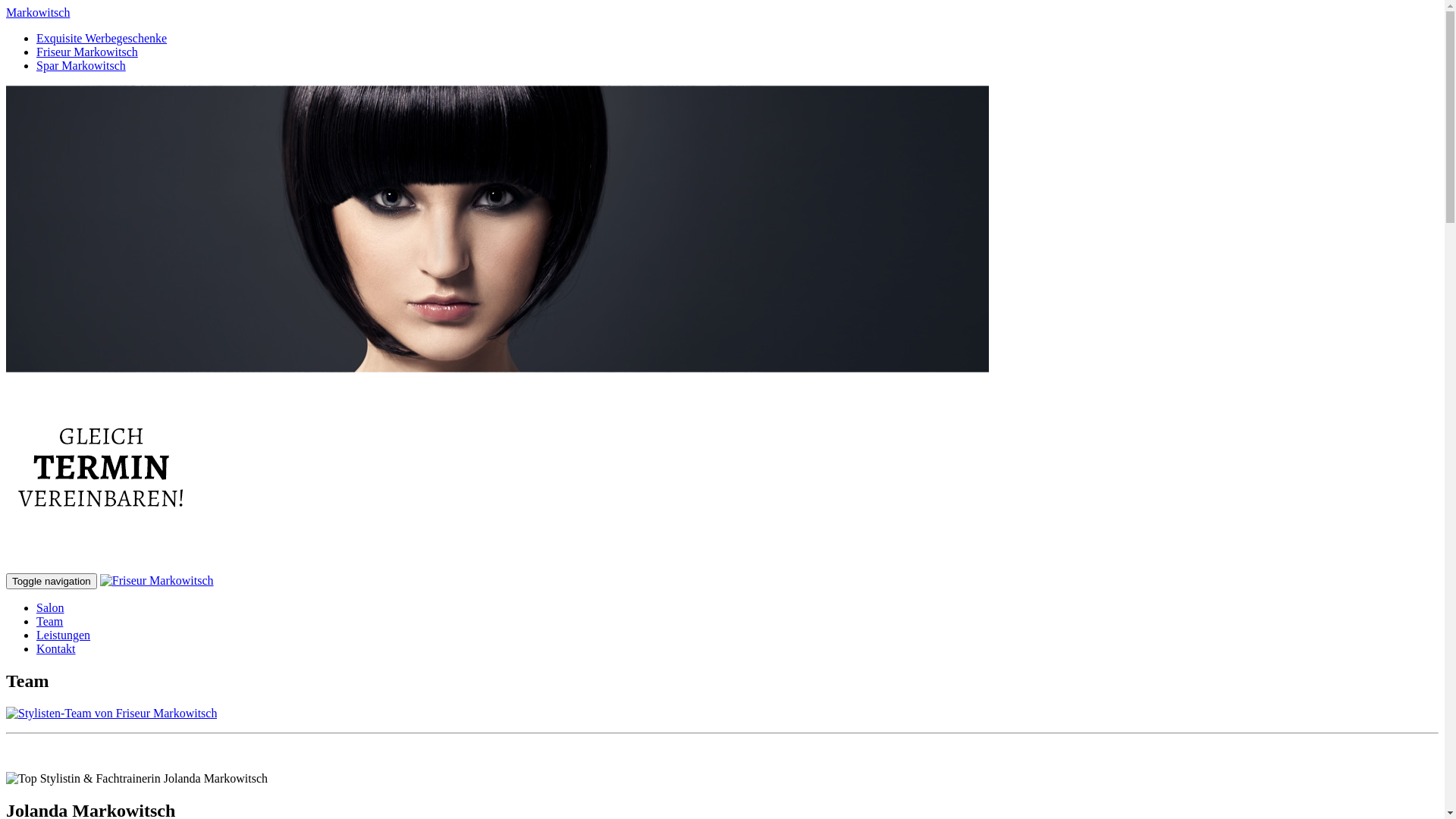 The width and height of the screenshot is (1456, 819). Describe the element at coordinates (80, 64) in the screenshot. I see `'Spar Markowitsch'` at that location.